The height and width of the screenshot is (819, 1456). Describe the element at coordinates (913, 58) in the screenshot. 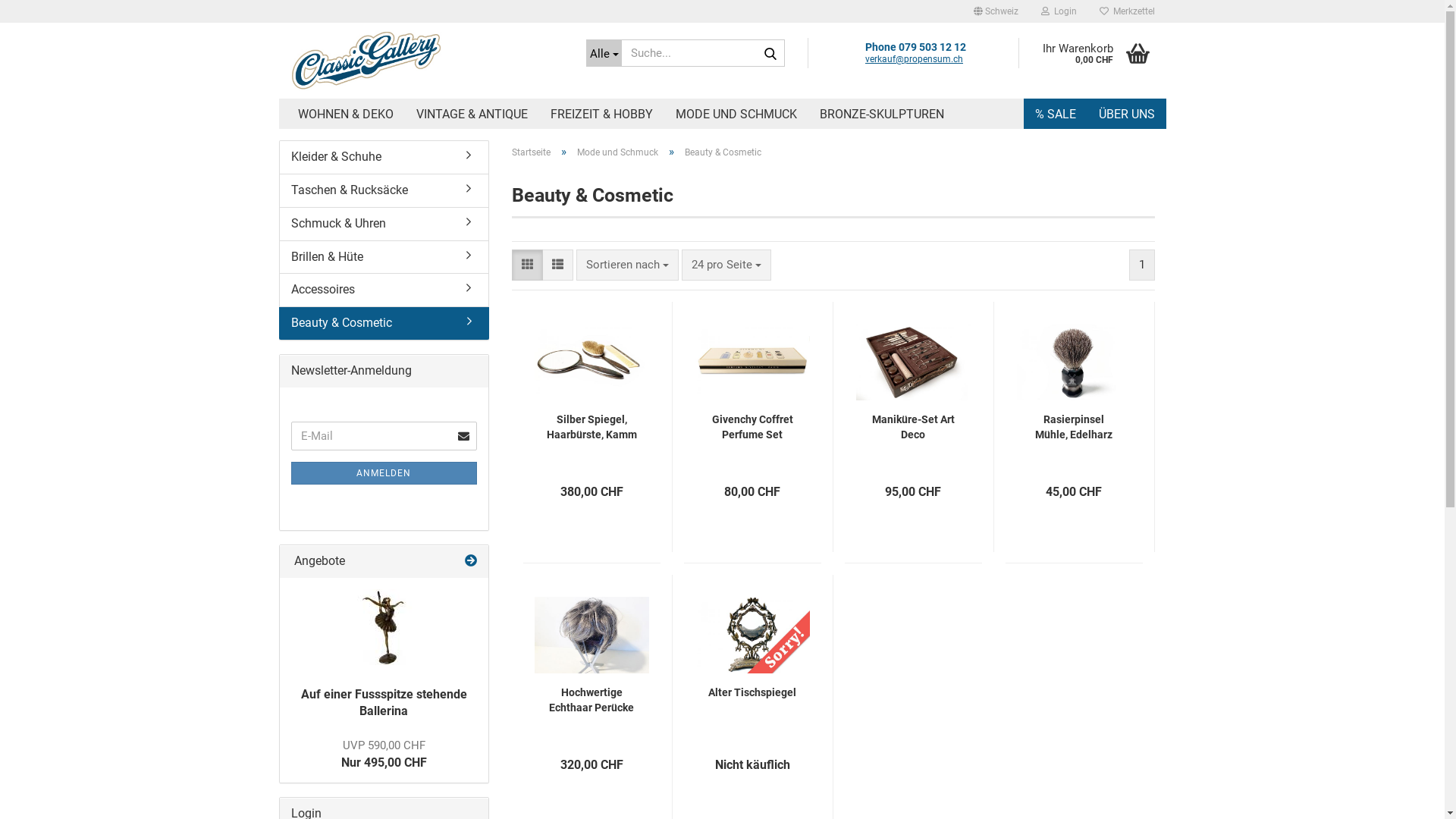

I see `'verkauf@propensum.ch'` at that location.